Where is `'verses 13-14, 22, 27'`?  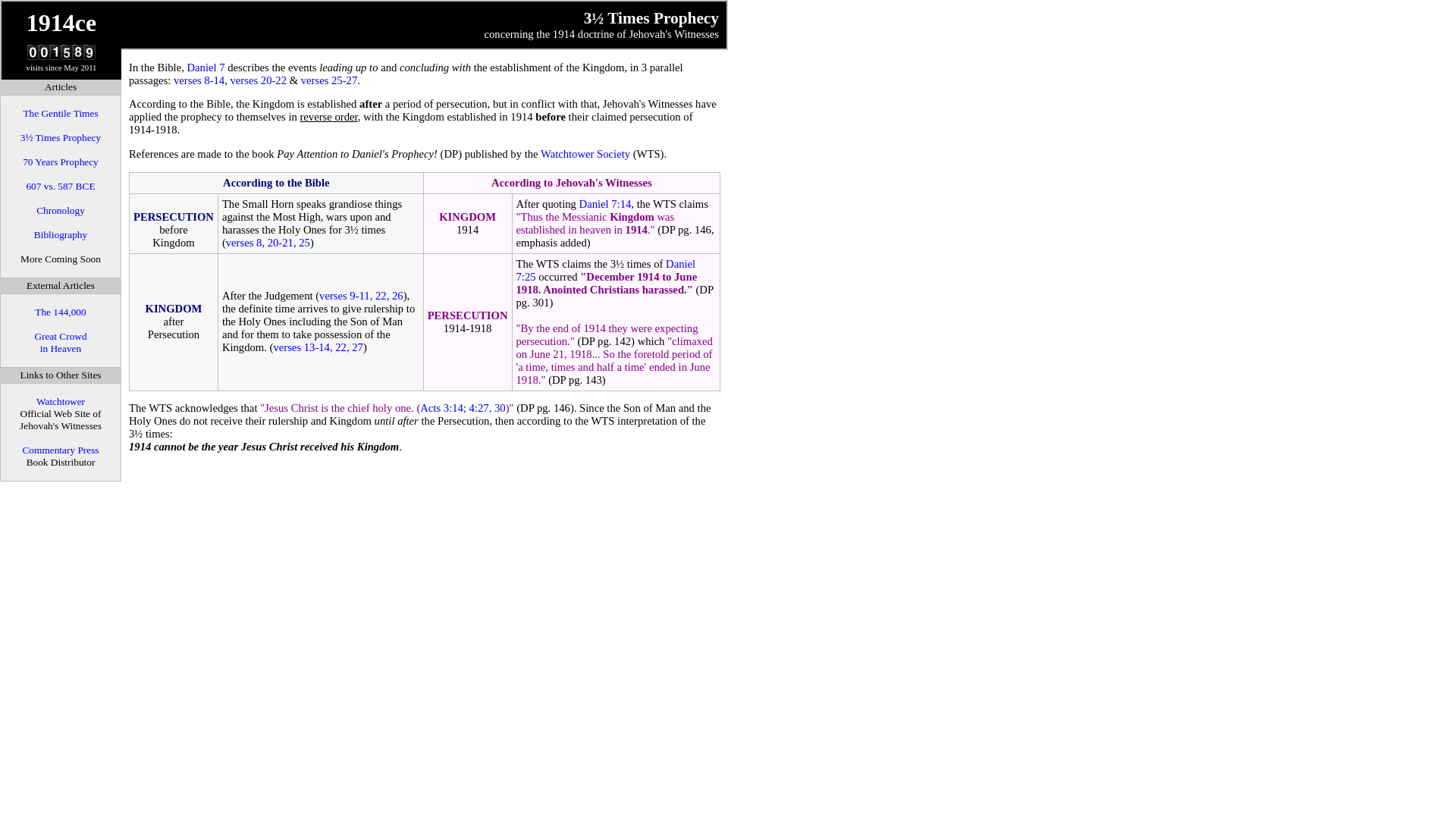
'verses 13-14, 22, 27' is located at coordinates (316, 347).